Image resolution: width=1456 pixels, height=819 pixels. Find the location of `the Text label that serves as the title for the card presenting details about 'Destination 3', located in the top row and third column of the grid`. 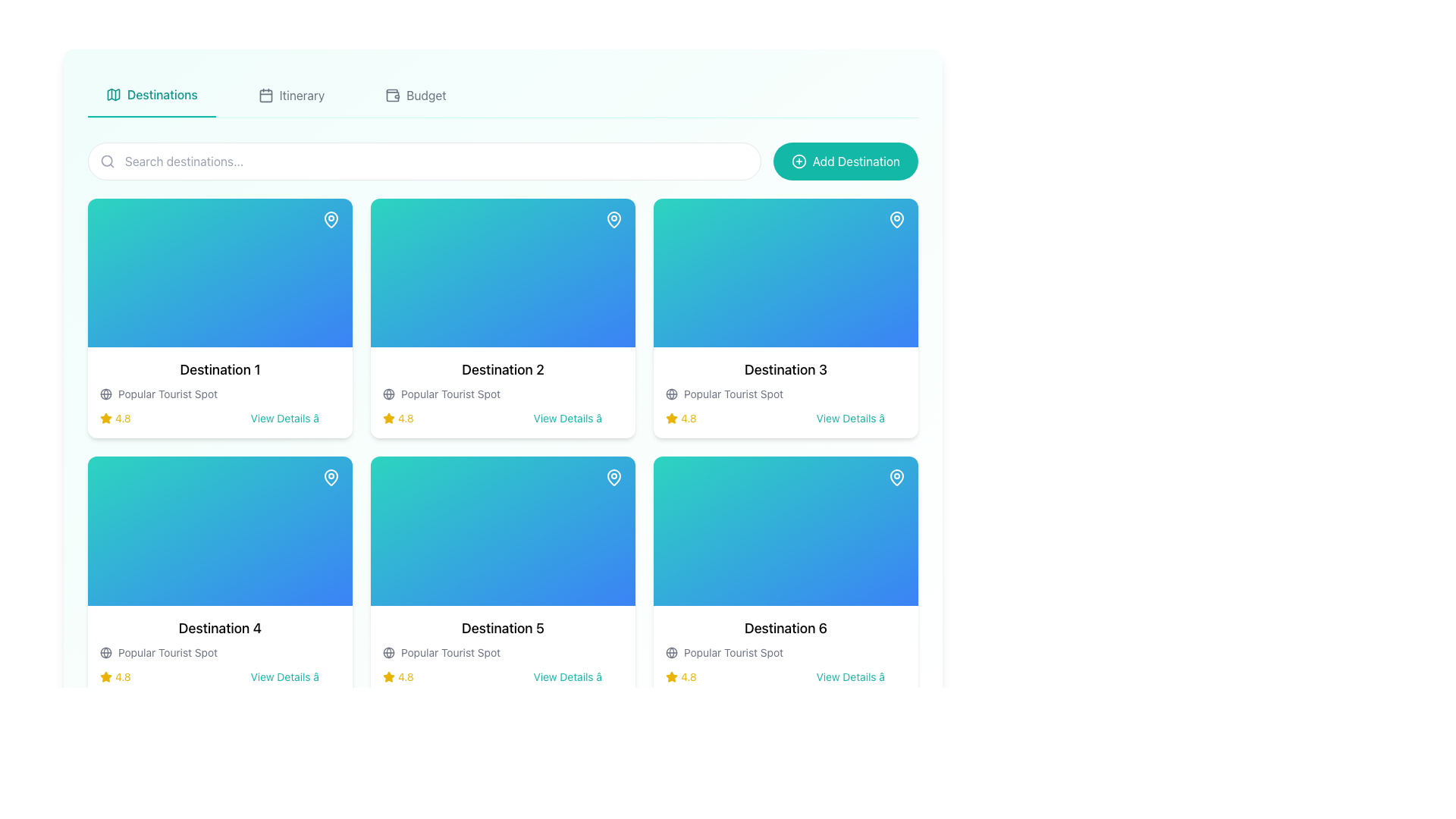

the Text label that serves as the title for the card presenting details about 'Destination 3', located in the top row and third column of the grid is located at coordinates (786, 370).